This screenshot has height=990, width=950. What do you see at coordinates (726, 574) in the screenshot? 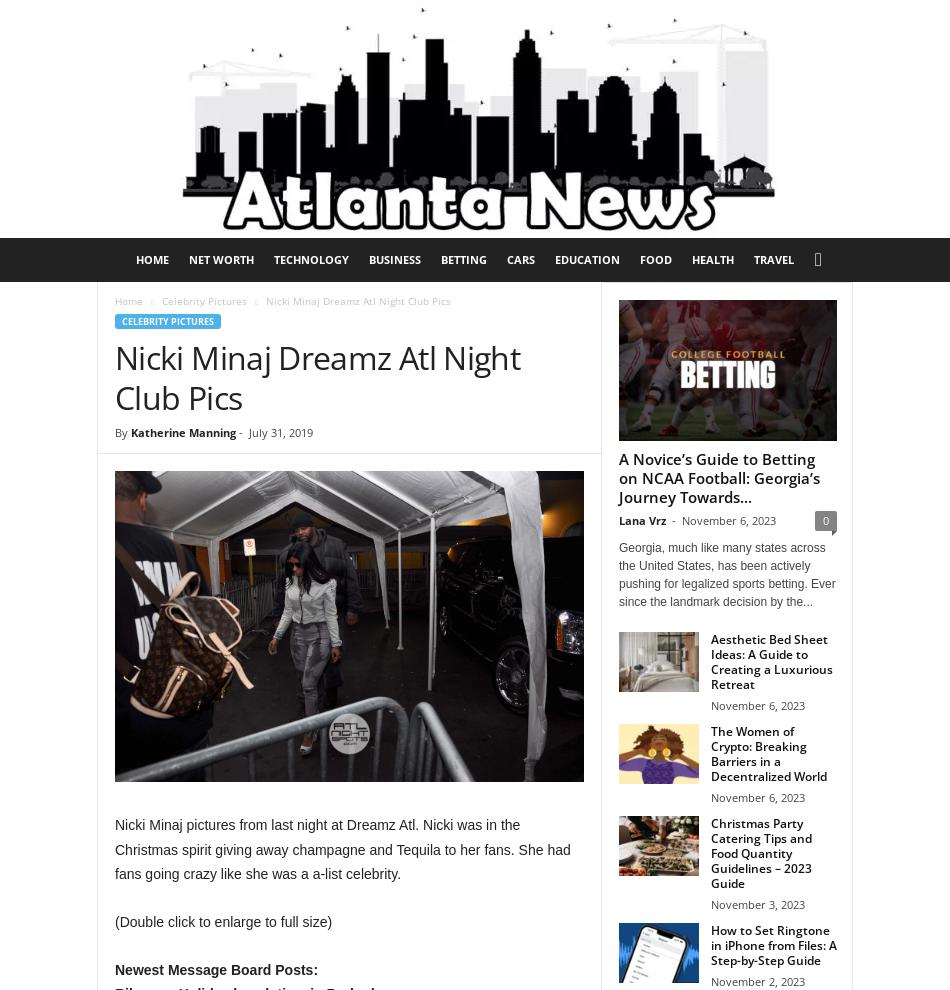
I see `'Georgia, much like many states across the United States, has been actively pushing for legalized sports betting. Ever since the landmark decision by the...'` at bounding box center [726, 574].